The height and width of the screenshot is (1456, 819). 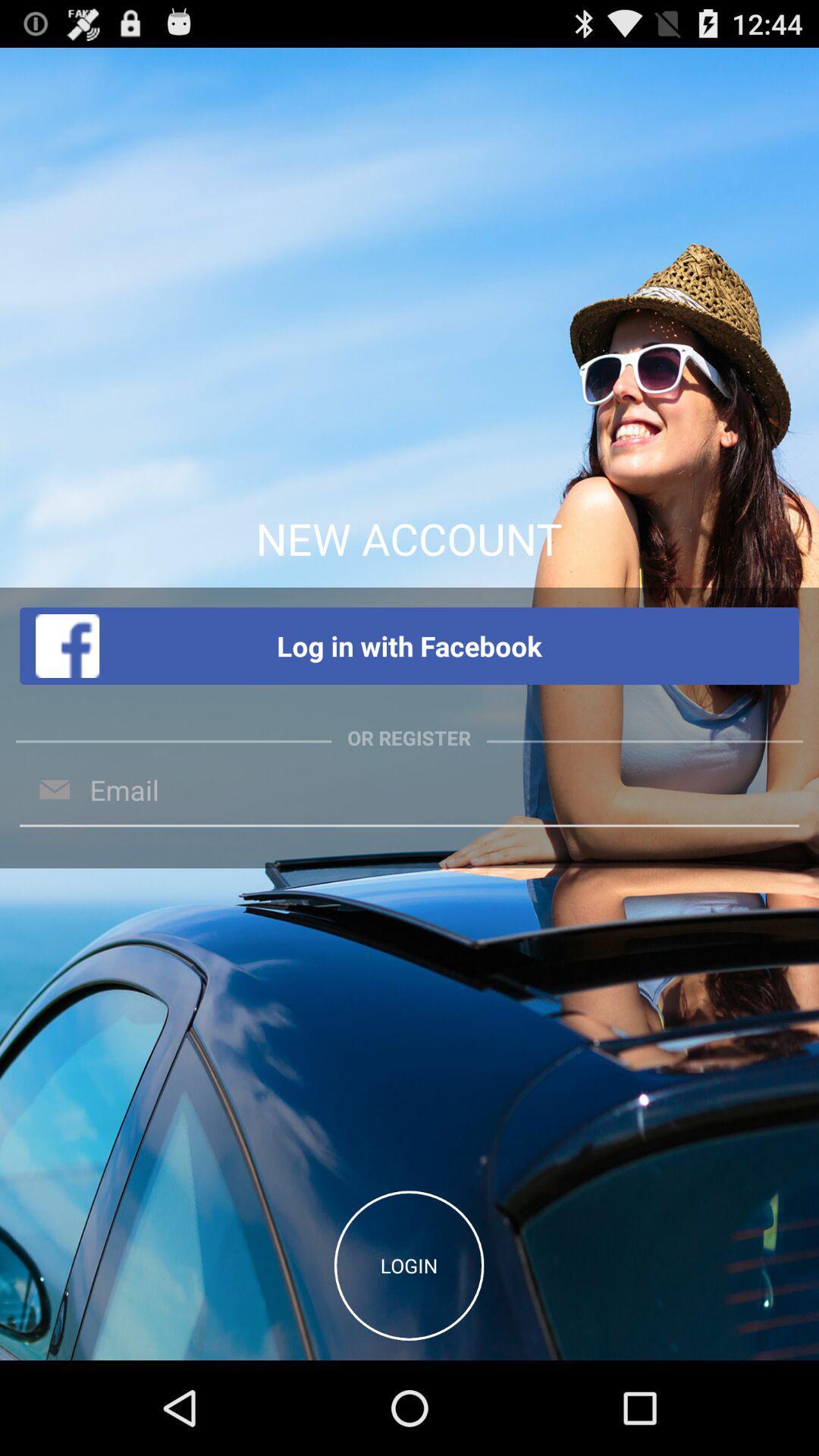 What do you see at coordinates (409, 646) in the screenshot?
I see `log in with item` at bounding box center [409, 646].